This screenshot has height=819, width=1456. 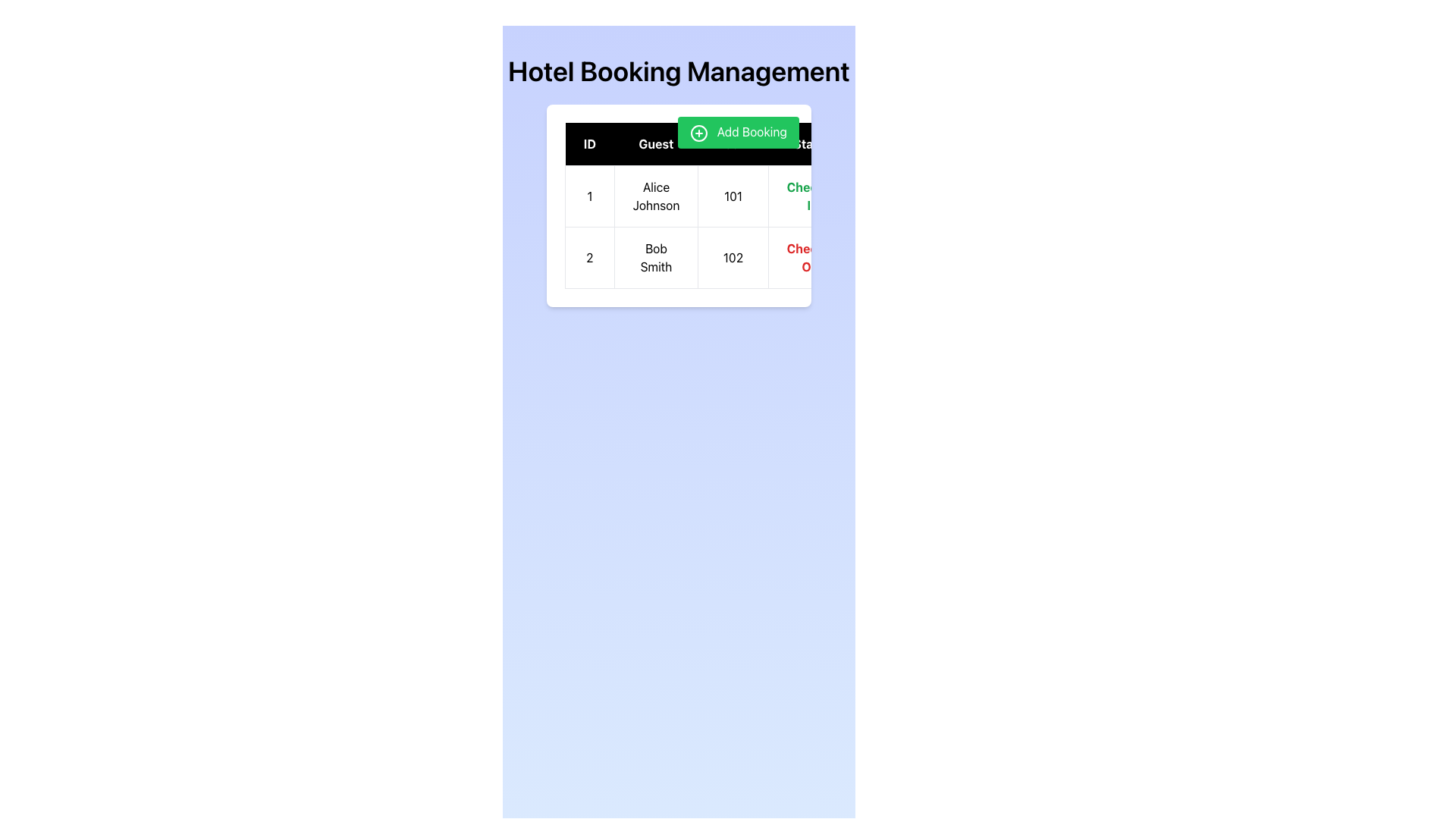 I want to click on the Text element that represents a unique identifier or room number in the second row and third column of the grid within the 'Hotel Booking Management' interface, so click(x=733, y=256).